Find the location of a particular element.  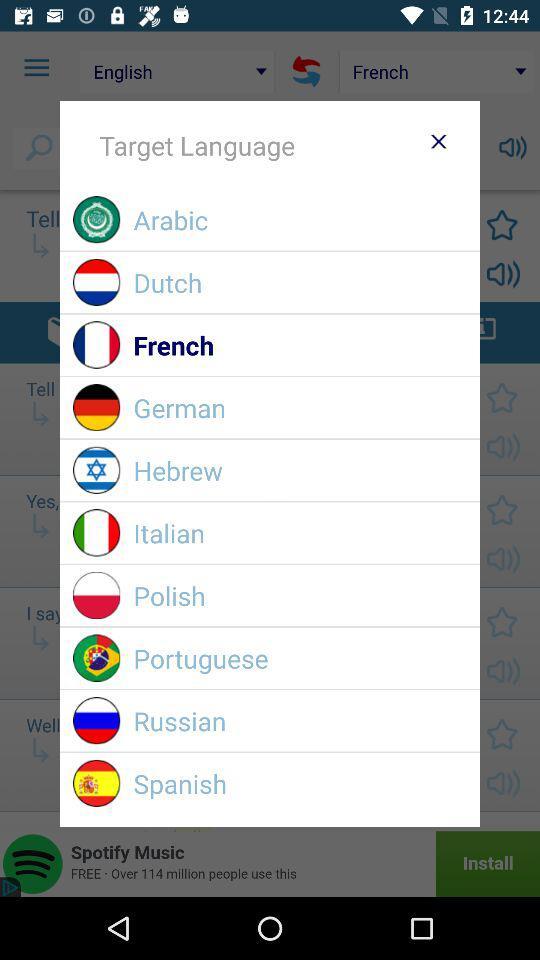

item above portuguese is located at coordinates (299, 595).